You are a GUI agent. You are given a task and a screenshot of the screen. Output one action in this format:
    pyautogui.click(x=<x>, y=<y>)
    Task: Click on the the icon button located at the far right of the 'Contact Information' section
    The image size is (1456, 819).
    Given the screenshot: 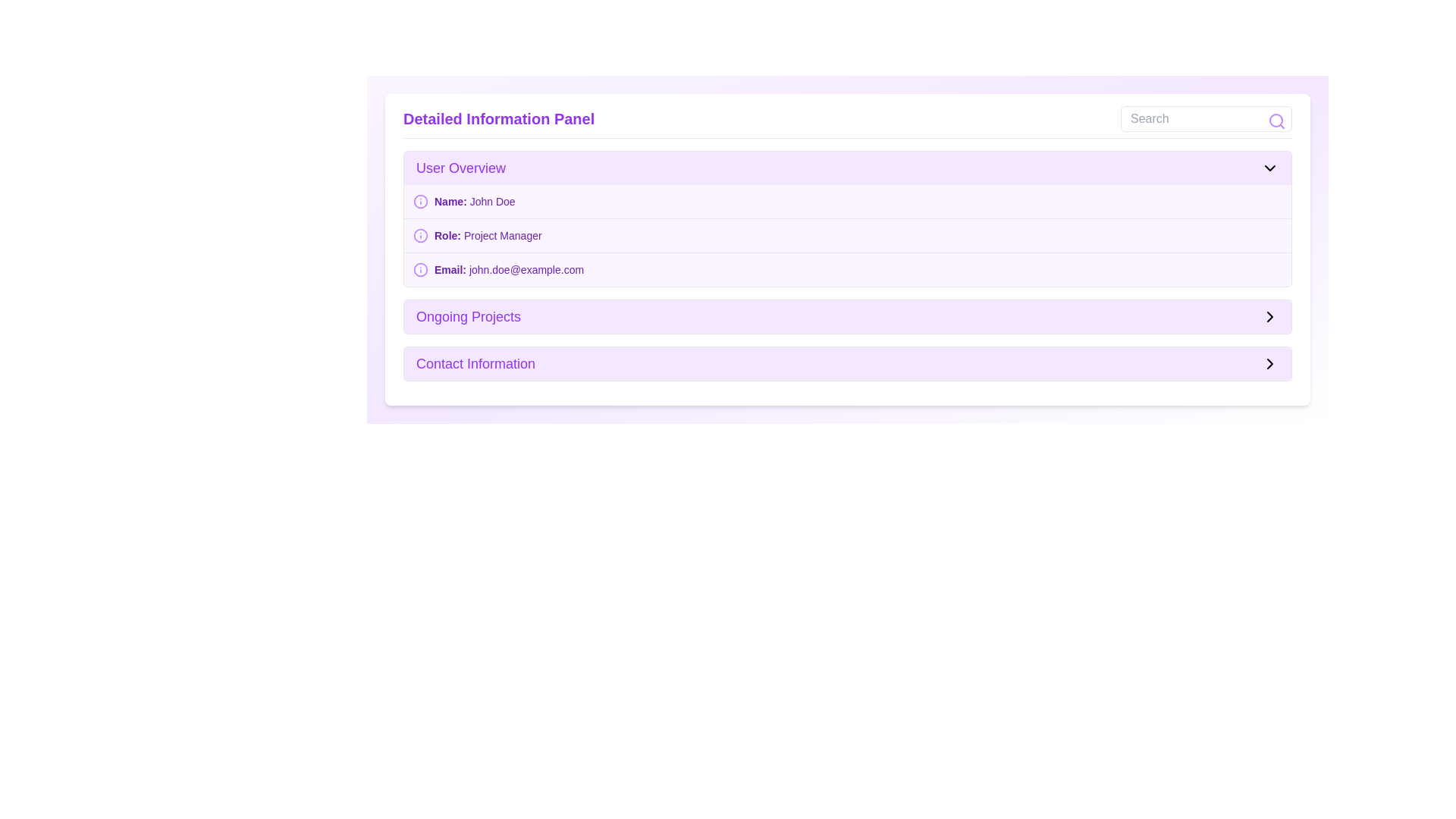 What is the action you would take?
    pyautogui.click(x=1270, y=363)
    